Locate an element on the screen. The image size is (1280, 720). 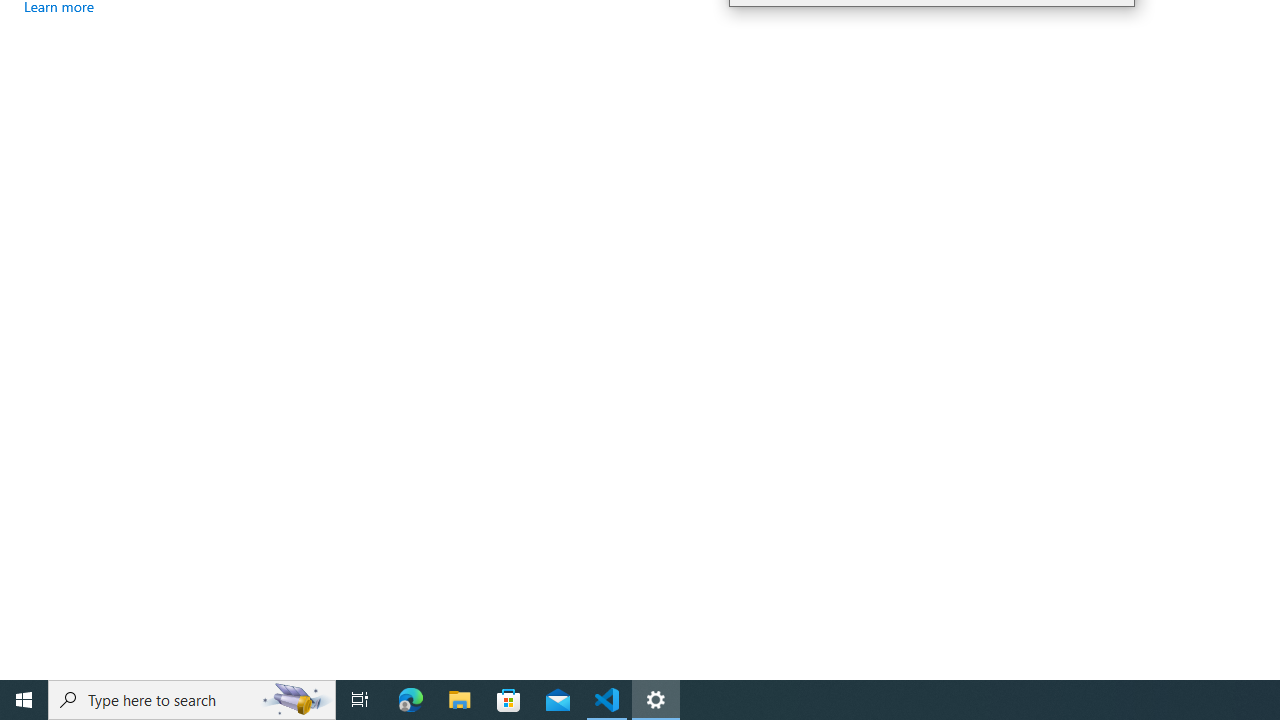
'Task View' is located at coordinates (359, 698).